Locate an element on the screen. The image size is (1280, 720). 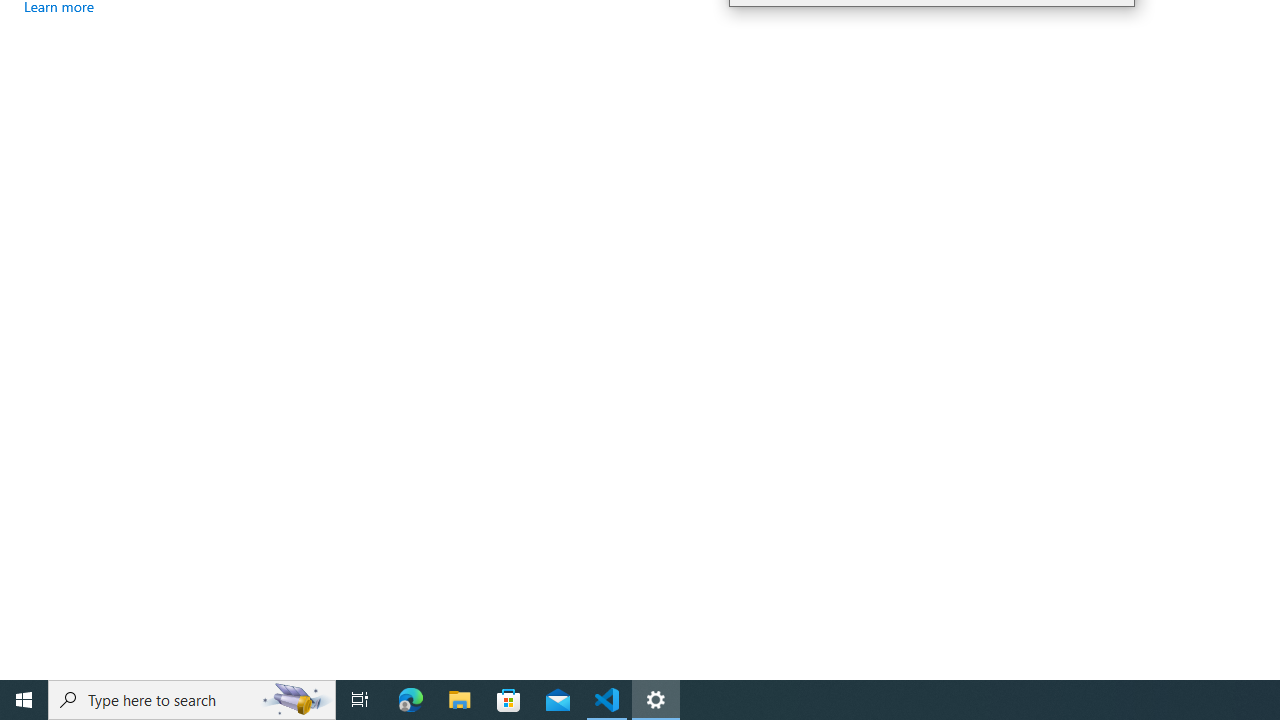
'Task View' is located at coordinates (359, 698).